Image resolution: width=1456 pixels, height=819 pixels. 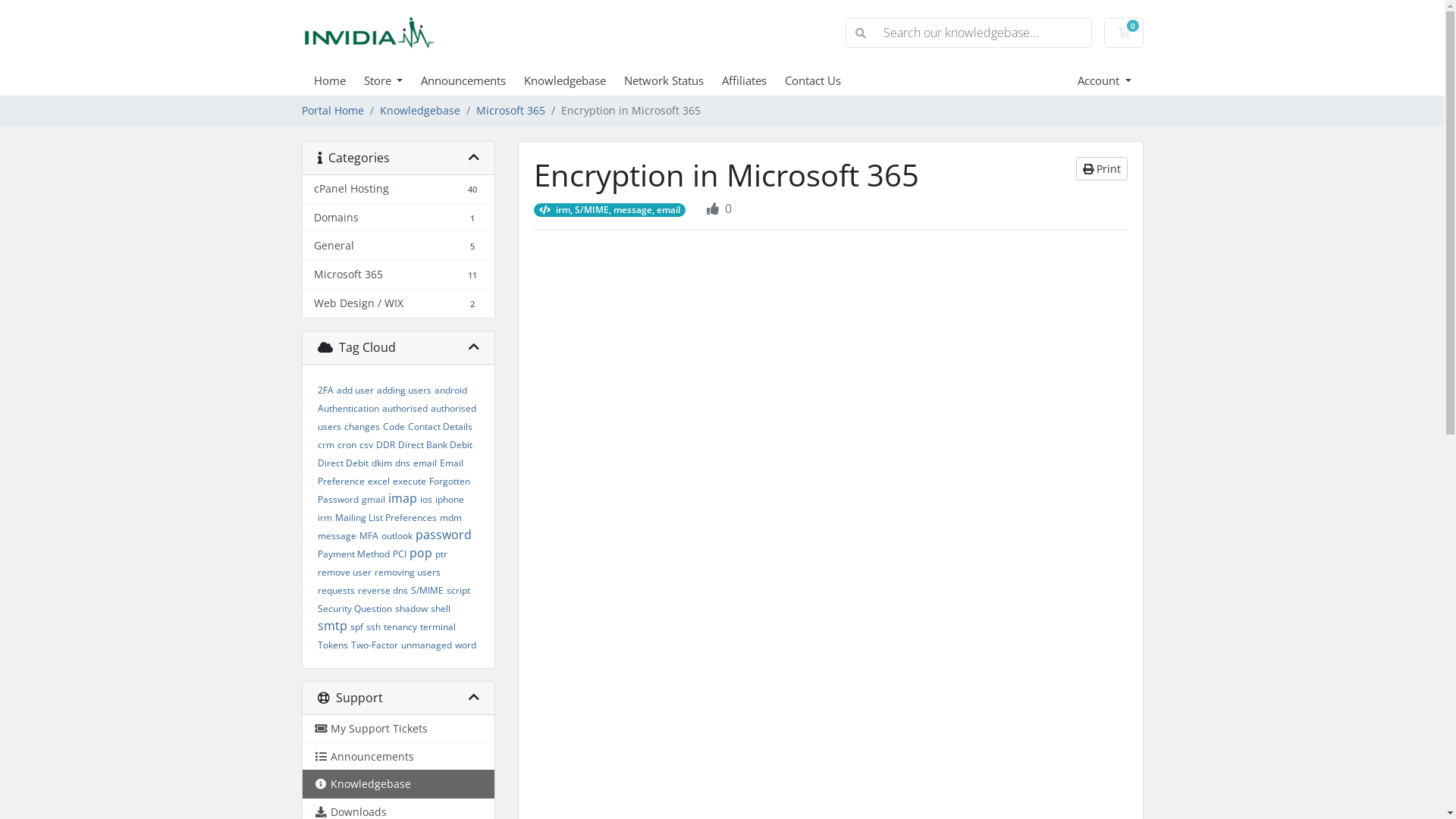 I want to click on 'pop', so click(x=421, y=553).